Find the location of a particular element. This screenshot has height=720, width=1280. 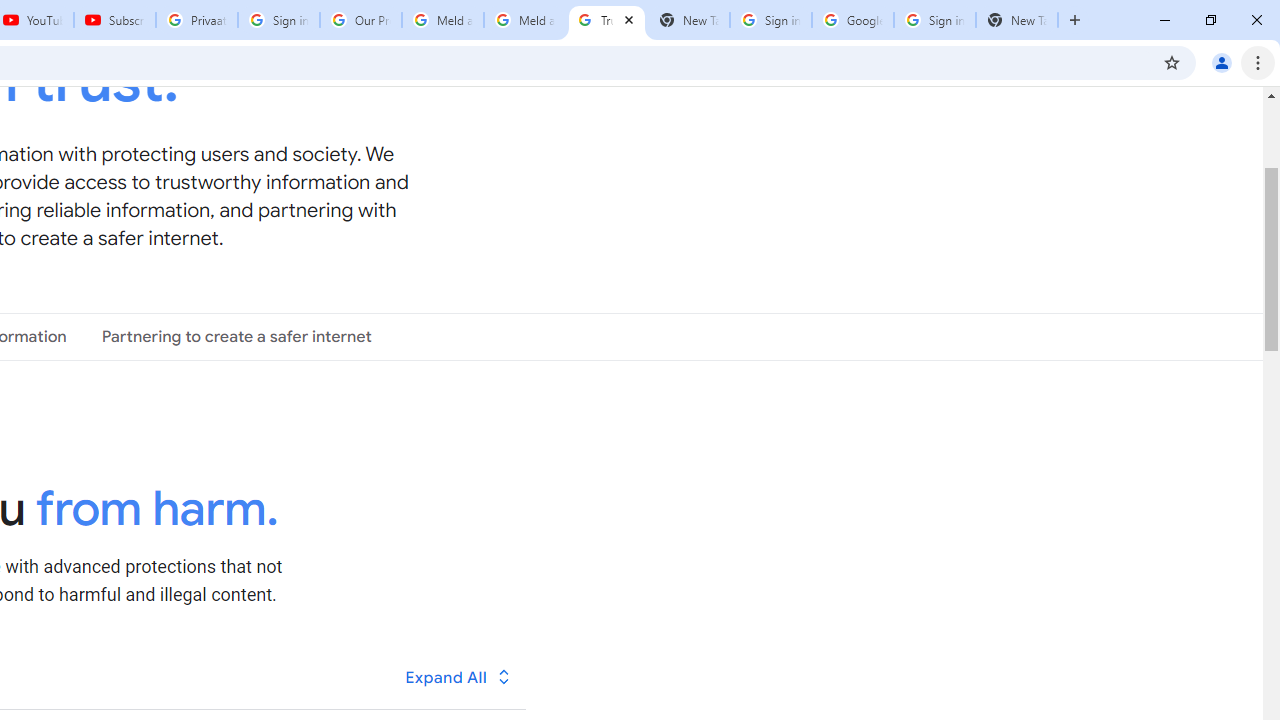

'Trusted Information and Content - Google Safety Center' is located at coordinates (605, 20).